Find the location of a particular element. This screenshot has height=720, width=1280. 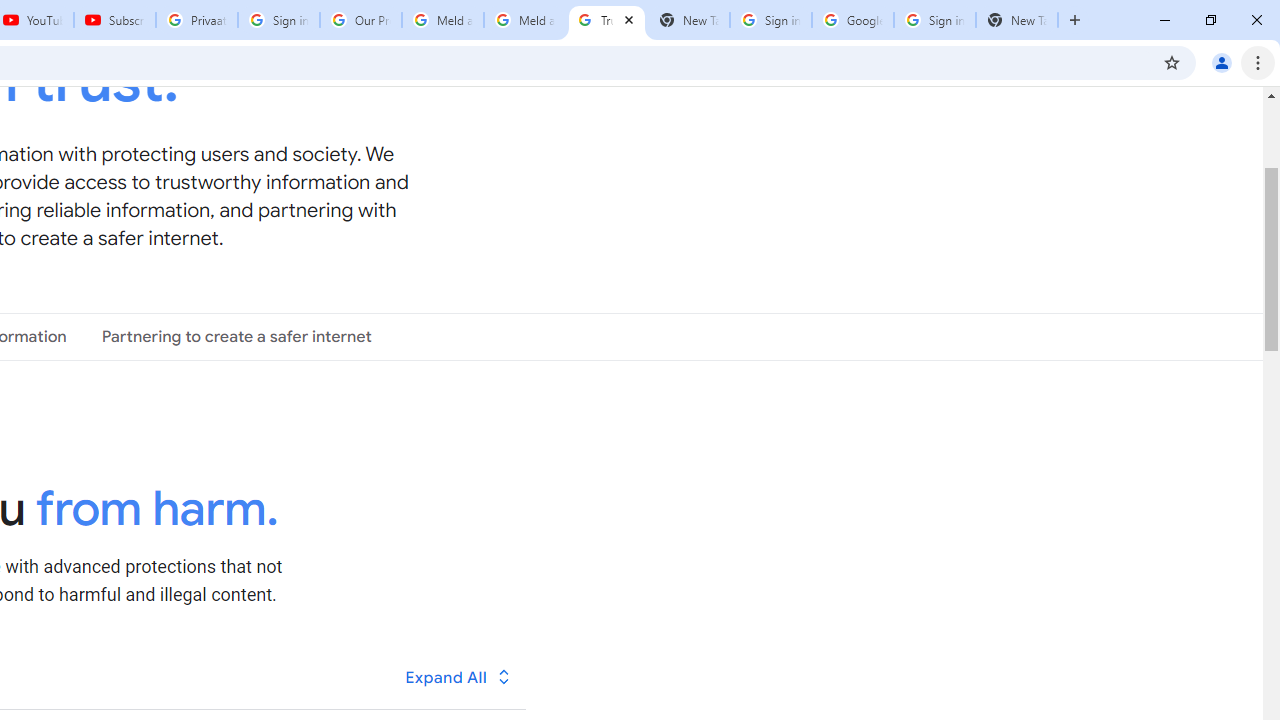

'Trusted Information and Content - Google Safety Center' is located at coordinates (605, 20).